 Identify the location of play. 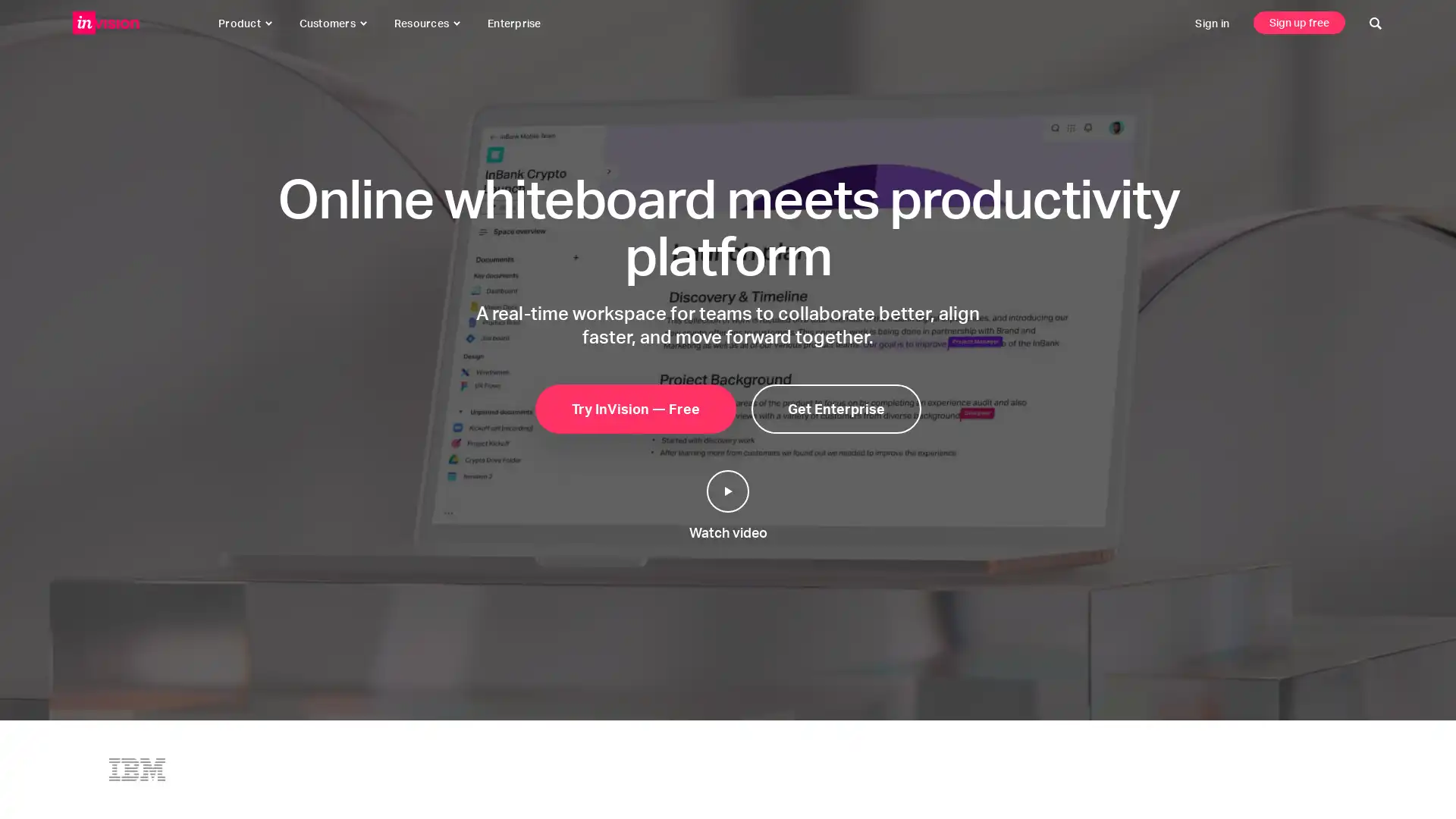
(728, 491).